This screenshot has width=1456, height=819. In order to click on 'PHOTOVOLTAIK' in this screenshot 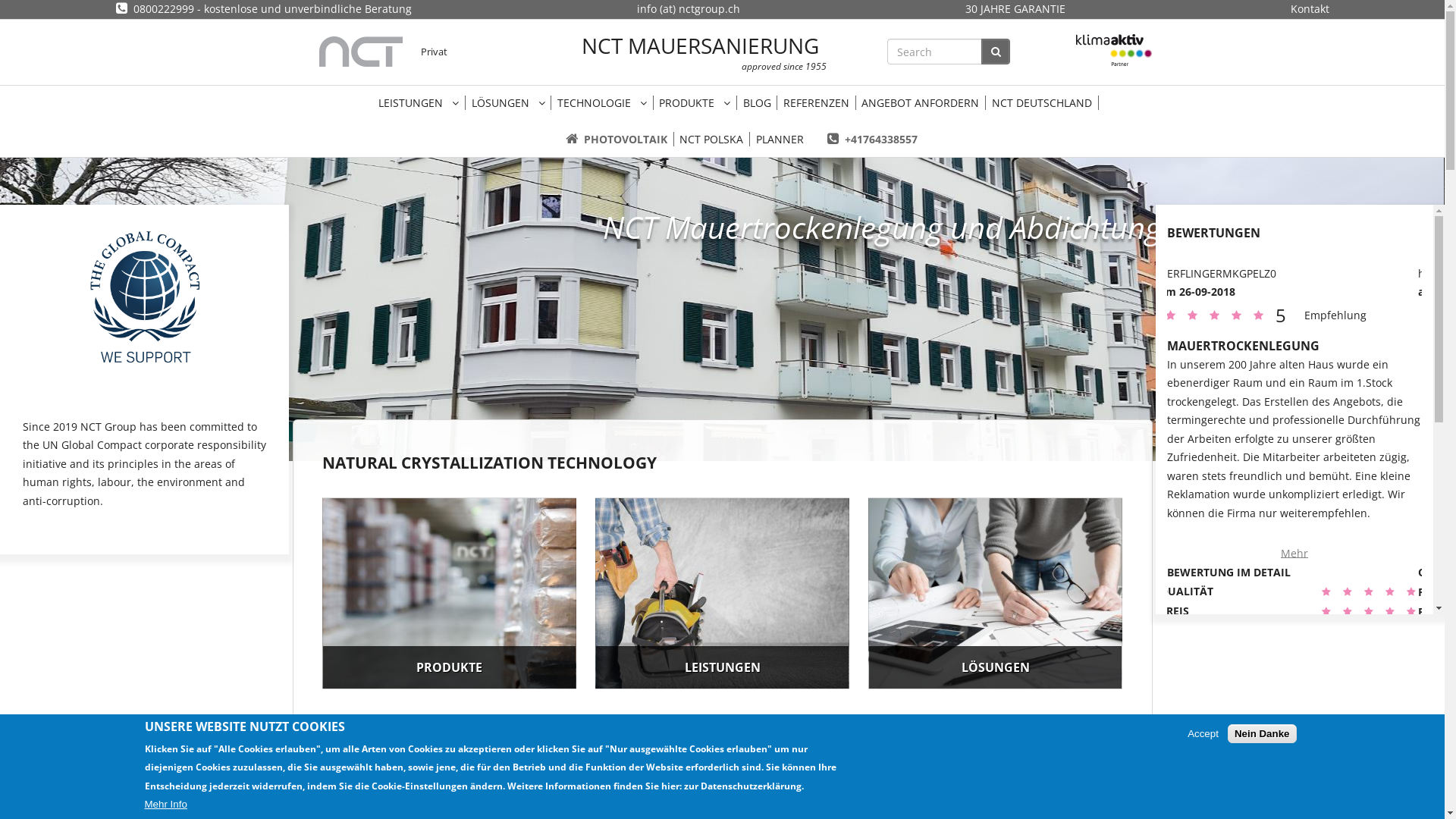, I will do `click(559, 139)`.